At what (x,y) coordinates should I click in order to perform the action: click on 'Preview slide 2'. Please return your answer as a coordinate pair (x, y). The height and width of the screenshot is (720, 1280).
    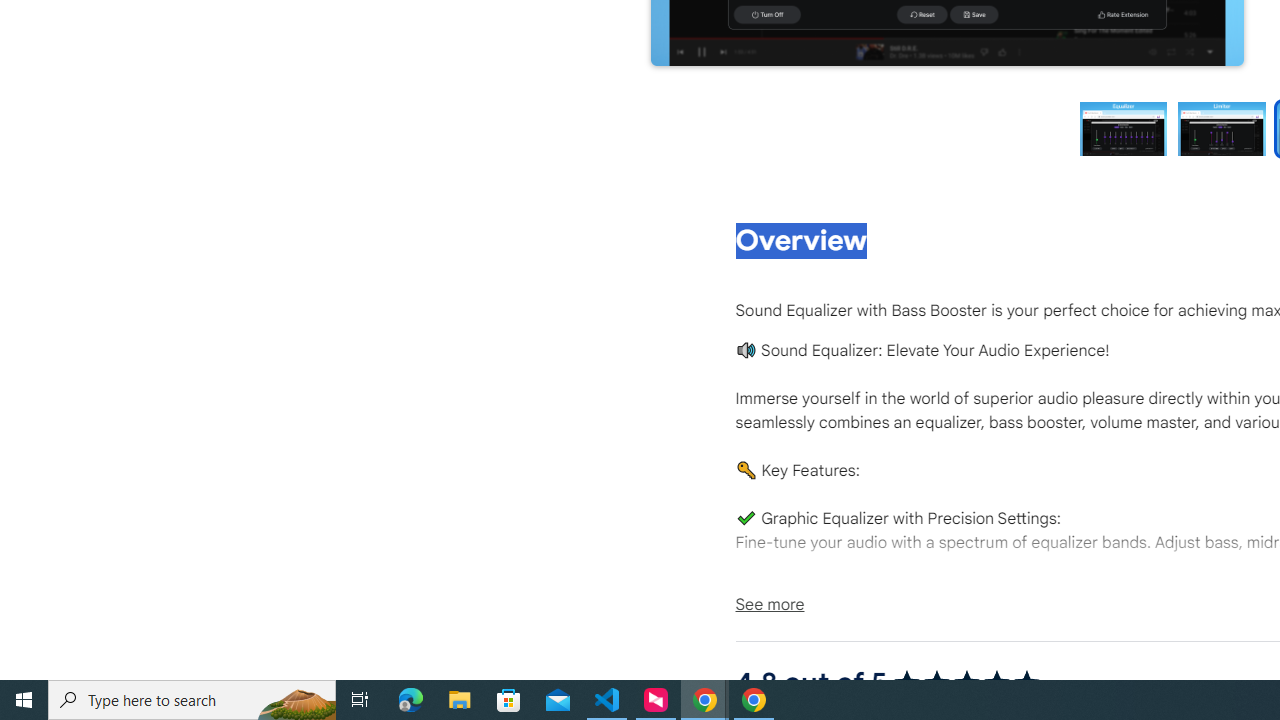
    Looking at the image, I should click on (1220, 128).